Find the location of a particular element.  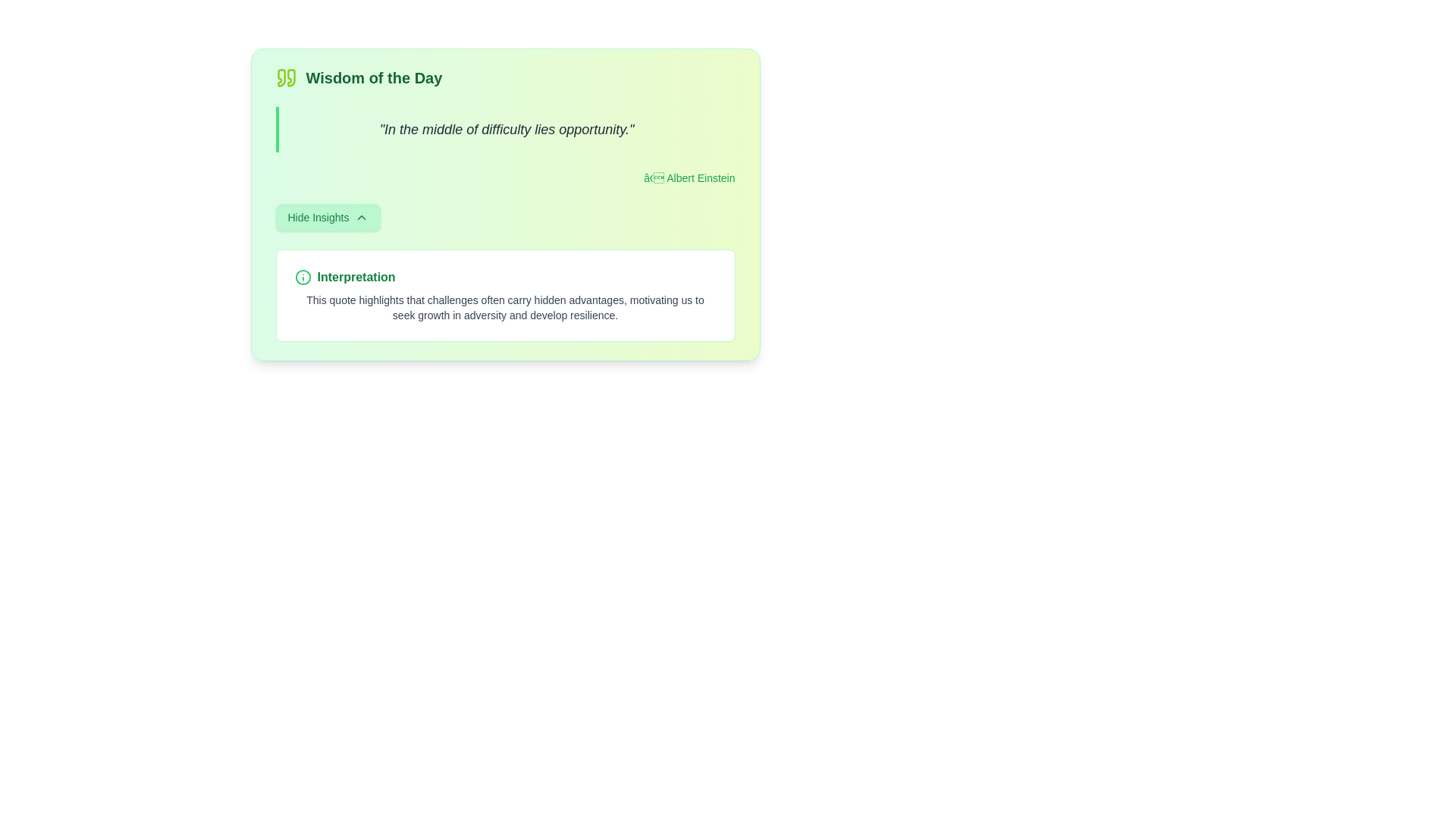

text block that provides interpretation or deeper meaning of the displayed quote, located within a green-themed card section below the quotation and the 'Hide Insights' button is located at coordinates (505, 295).